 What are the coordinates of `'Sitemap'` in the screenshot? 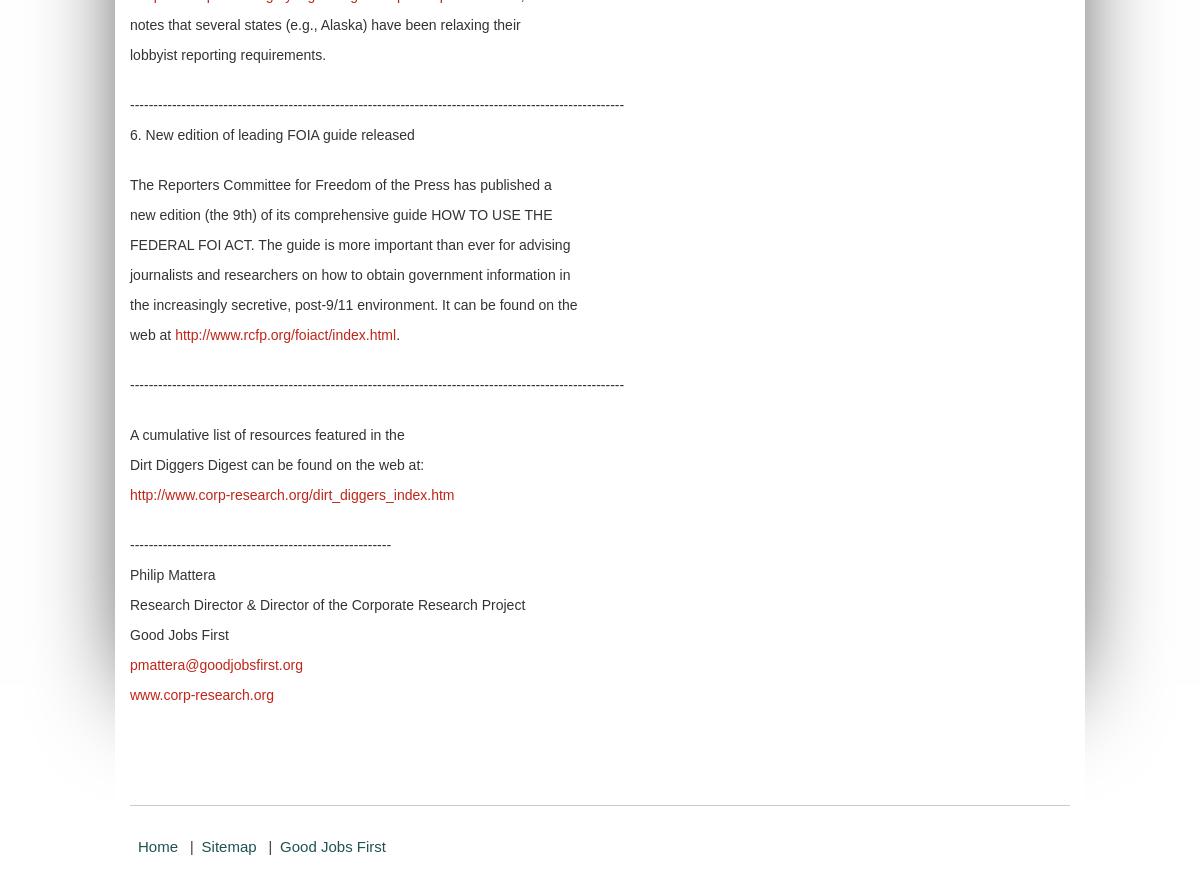 It's located at (227, 846).